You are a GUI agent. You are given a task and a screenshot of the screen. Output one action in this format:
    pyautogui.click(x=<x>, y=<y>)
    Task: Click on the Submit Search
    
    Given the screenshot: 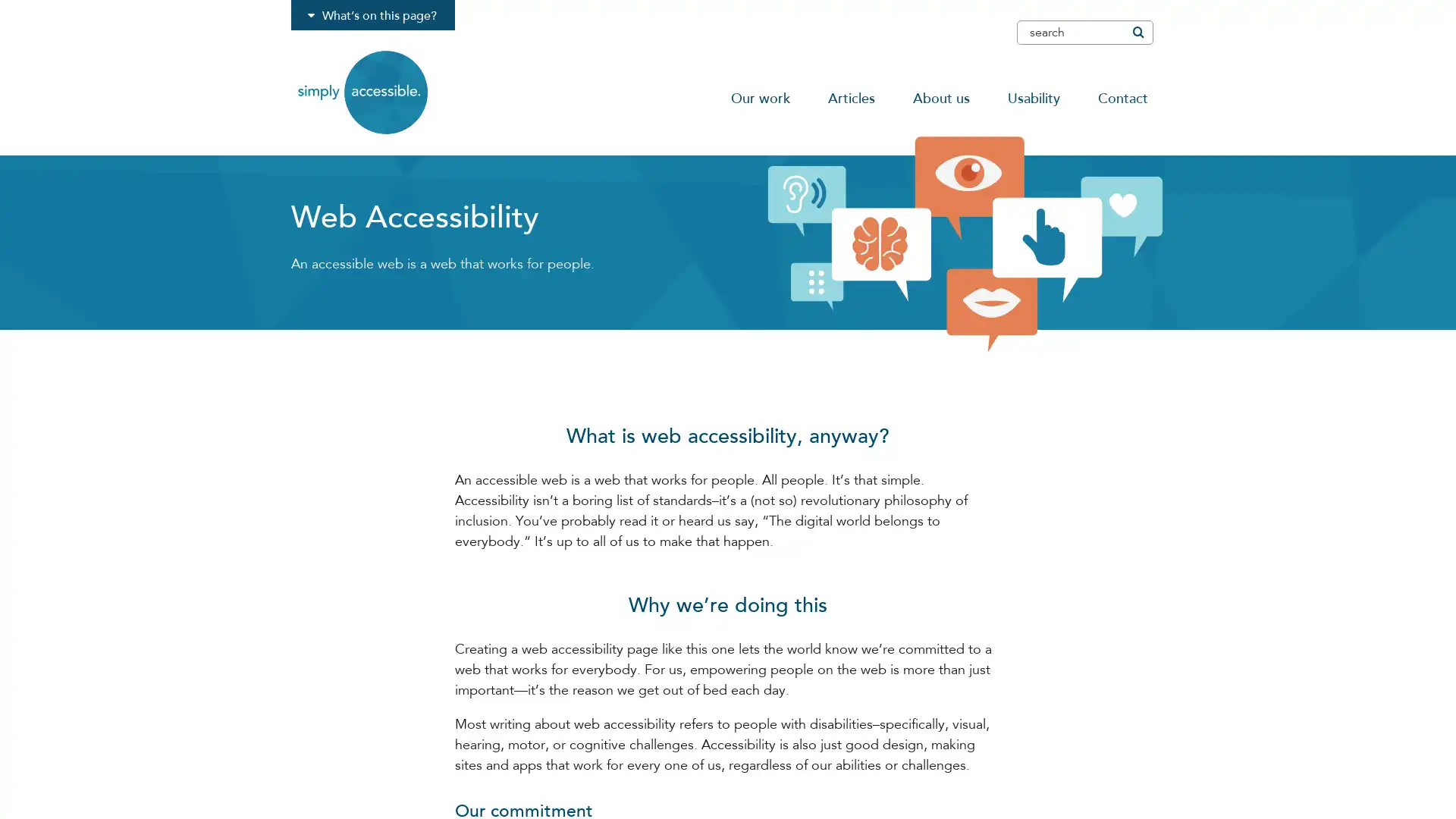 What is the action you would take?
    pyautogui.click(x=1137, y=32)
    